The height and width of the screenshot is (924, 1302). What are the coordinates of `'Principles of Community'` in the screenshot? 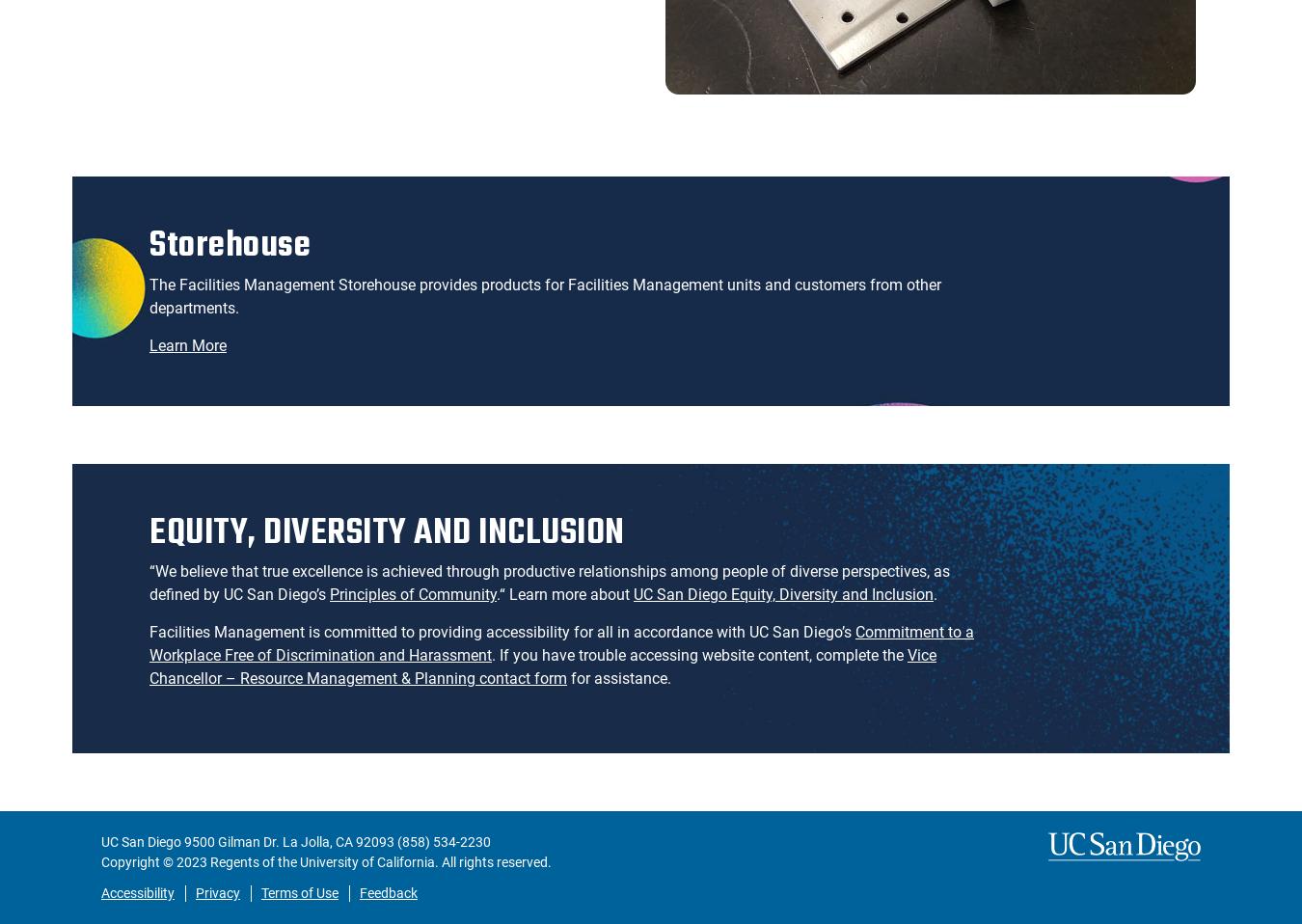 It's located at (329, 594).